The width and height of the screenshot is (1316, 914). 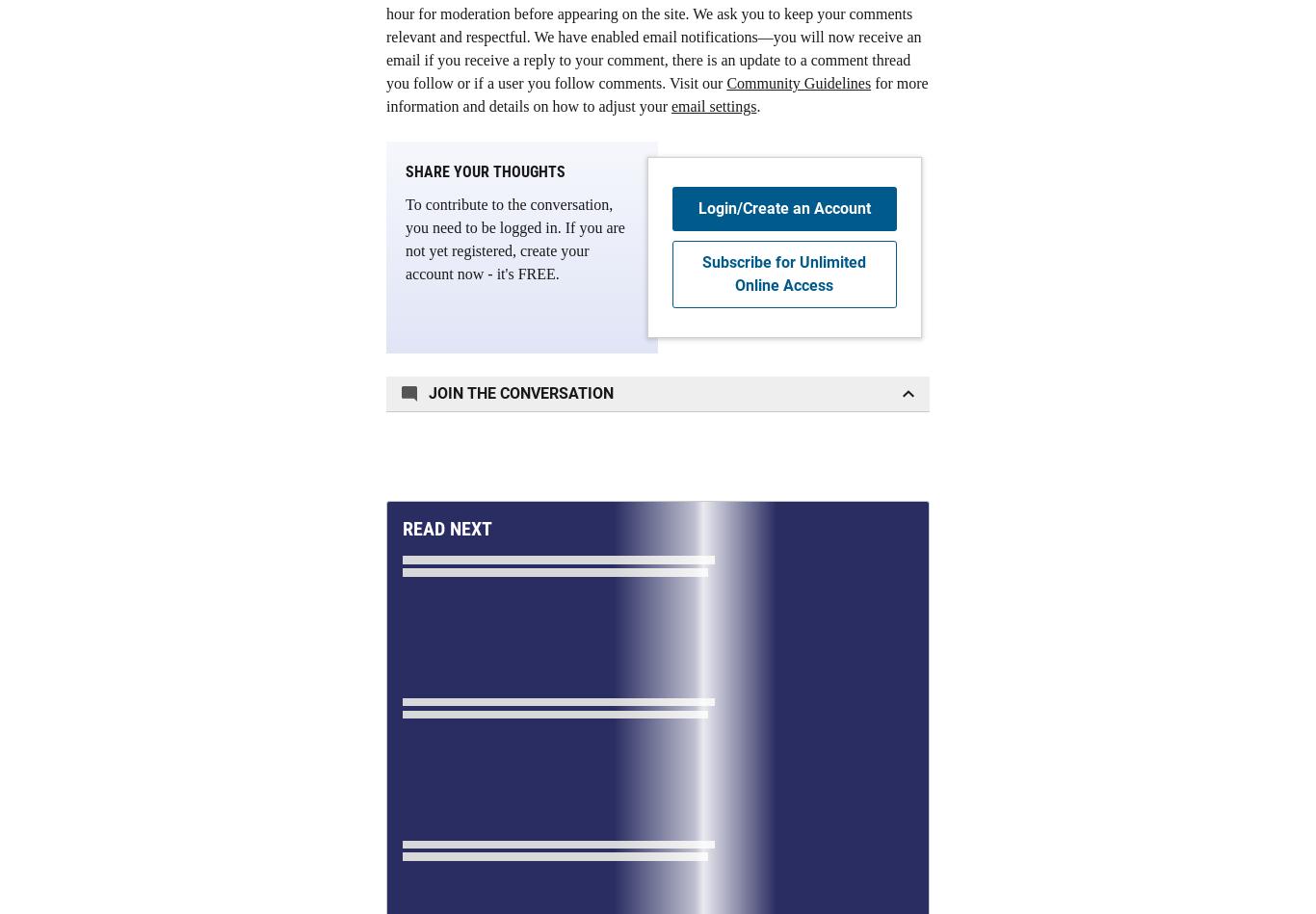 I want to click on 'Read Next', so click(x=401, y=527).